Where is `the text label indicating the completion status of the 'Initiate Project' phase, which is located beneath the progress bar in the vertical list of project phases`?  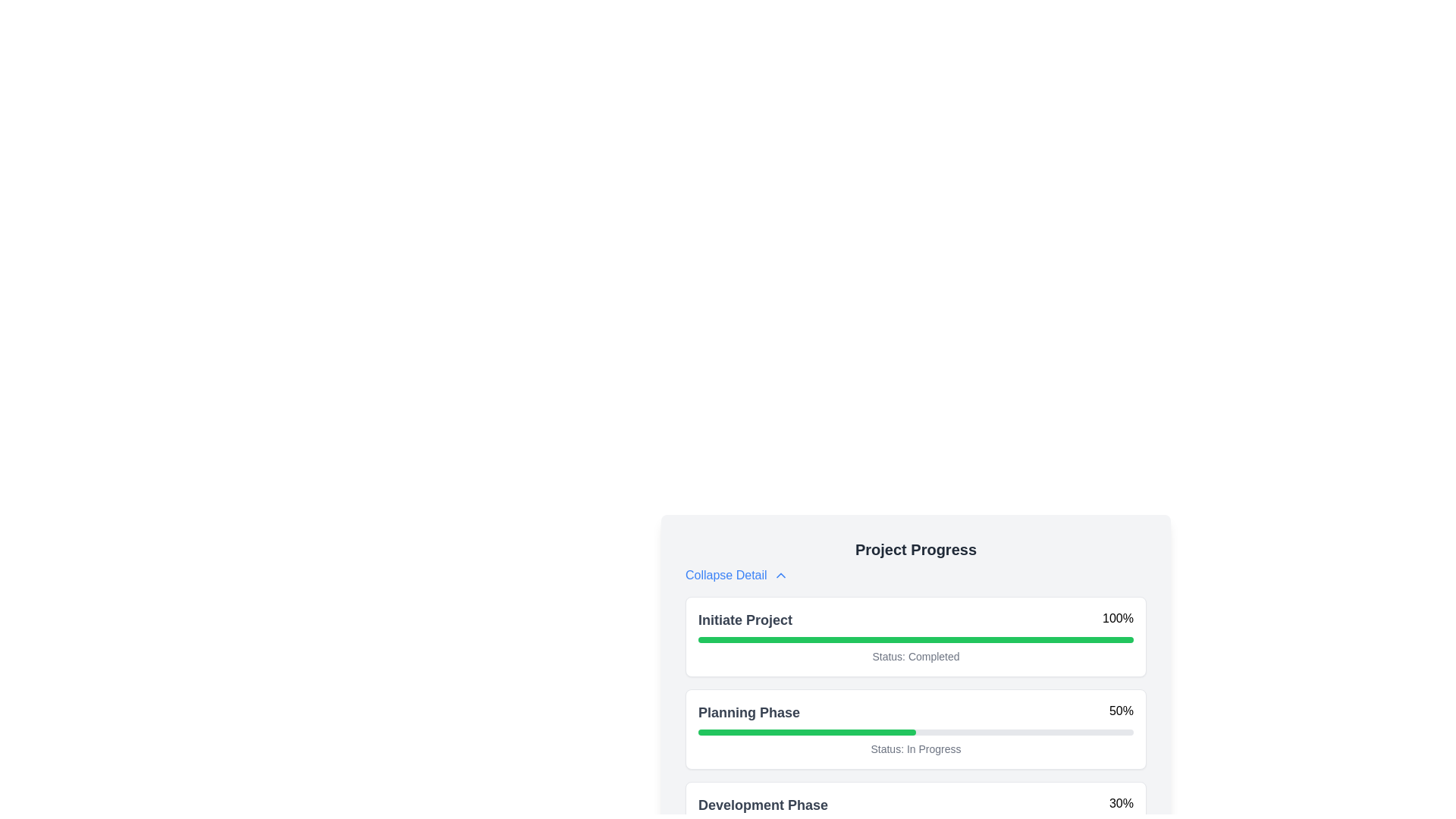
the text label indicating the completion status of the 'Initiate Project' phase, which is located beneath the progress bar in the vertical list of project phases is located at coordinates (915, 656).